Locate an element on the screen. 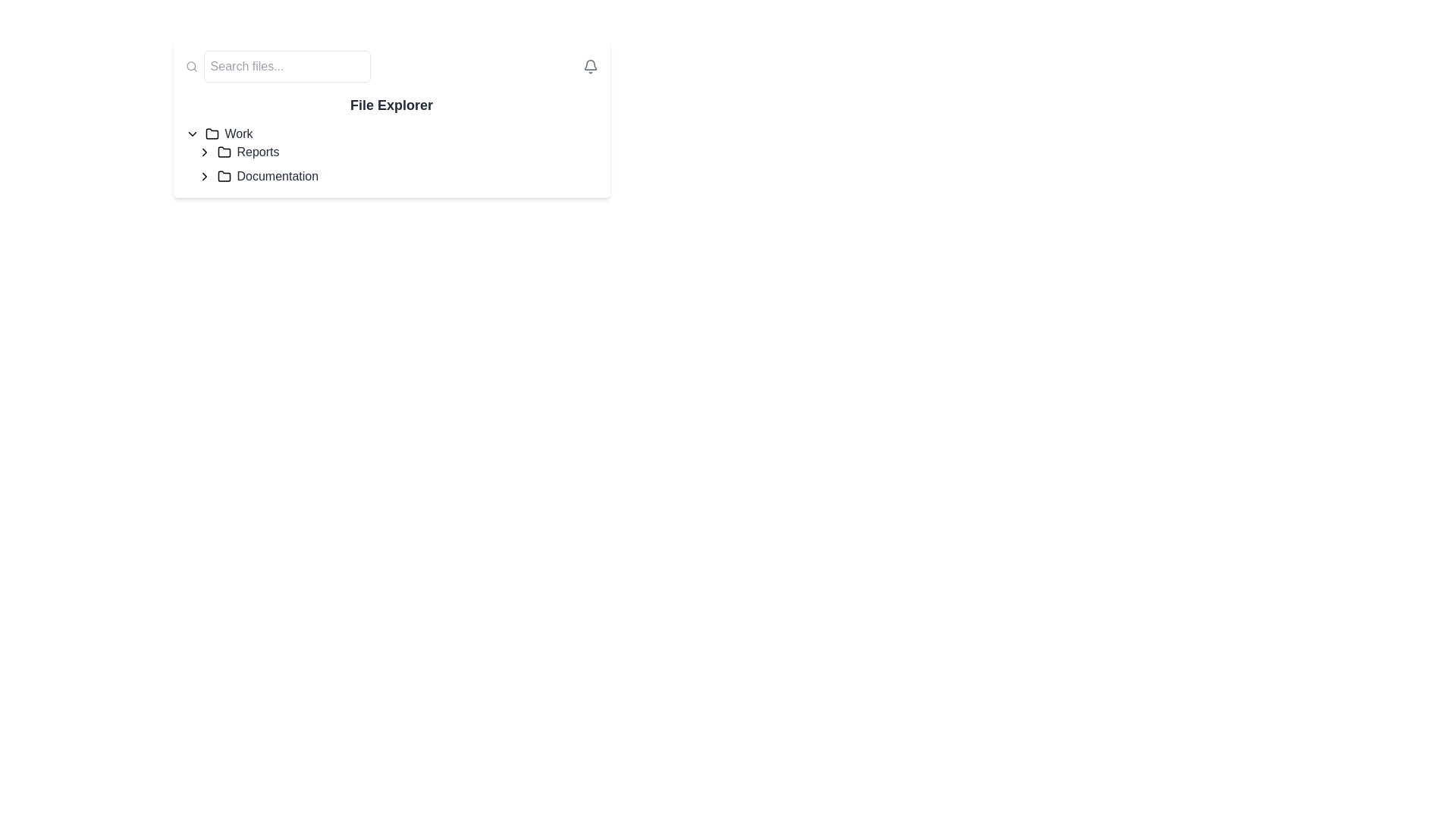 The height and width of the screenshot is (819, 1456). the search icon by clicking on the circle component of the magnifying glass located in the top-left corner of the file explorer interface is located at coordinates (190, 65).